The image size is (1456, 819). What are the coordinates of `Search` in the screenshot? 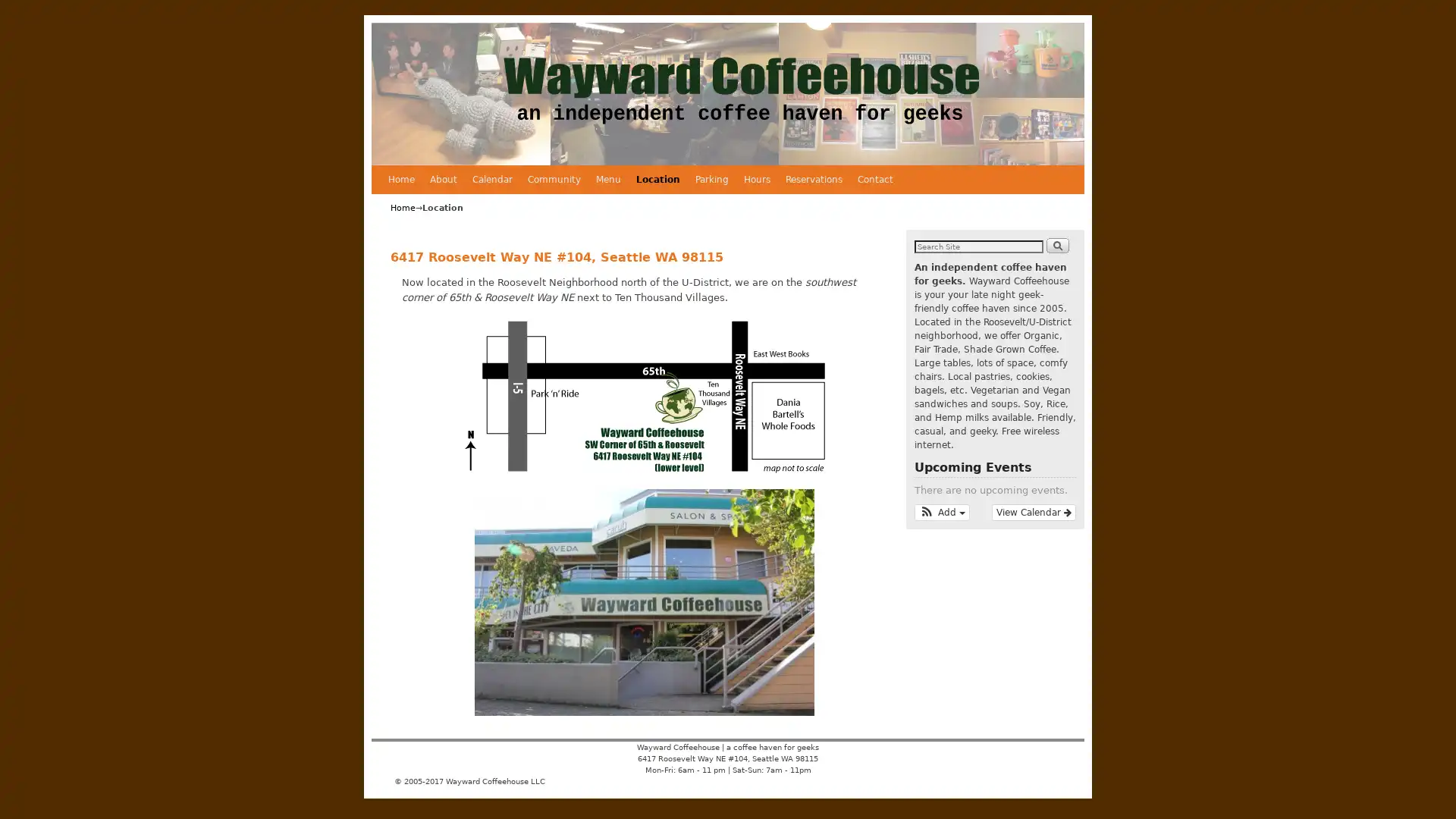 It's located at (1057, 244).